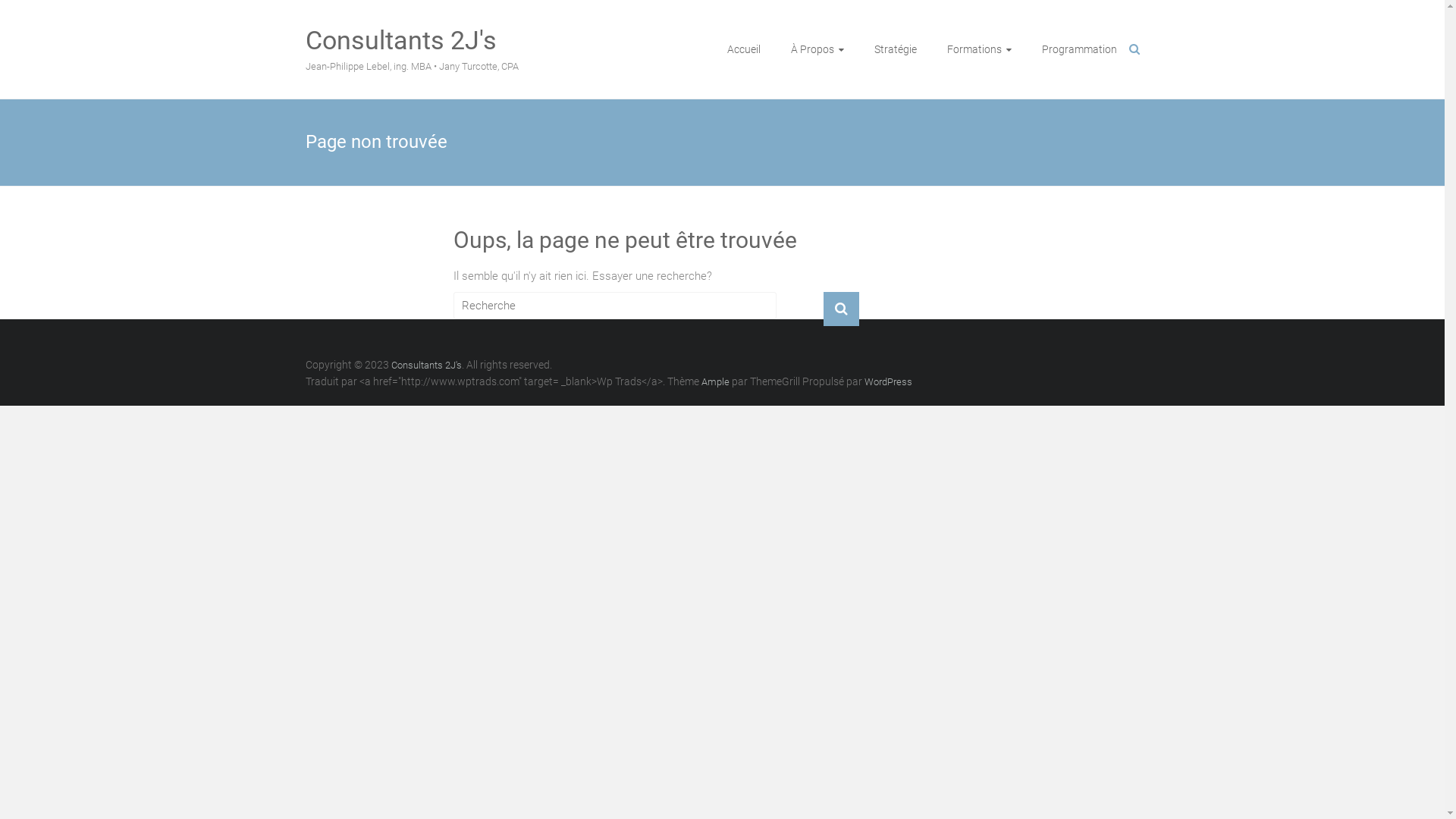  What do you see at coordinates (1078, 49) in the screenshot?
I see `'Programmation'` at bounding box center [1078, 49].